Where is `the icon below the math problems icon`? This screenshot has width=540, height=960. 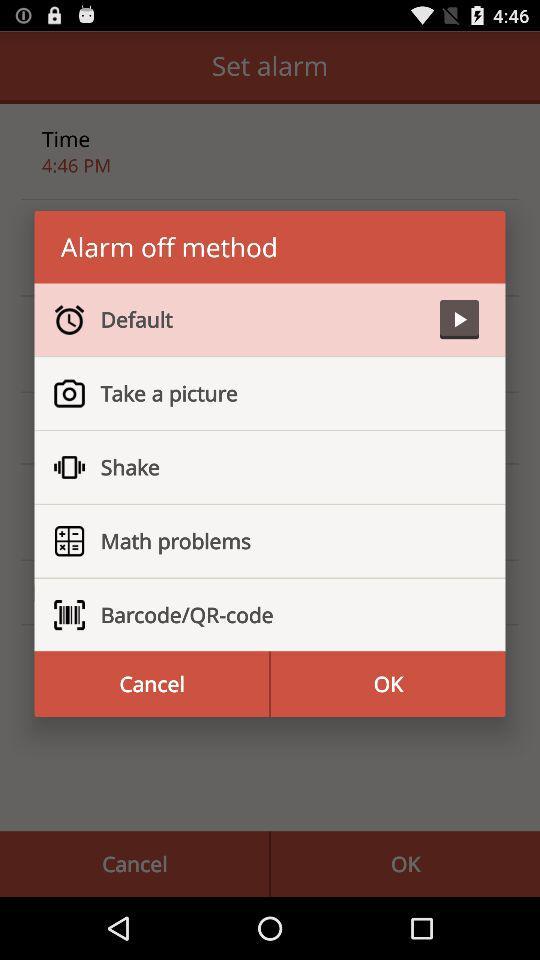 the icon below the math problems icon is located at coordinates (280, 614).